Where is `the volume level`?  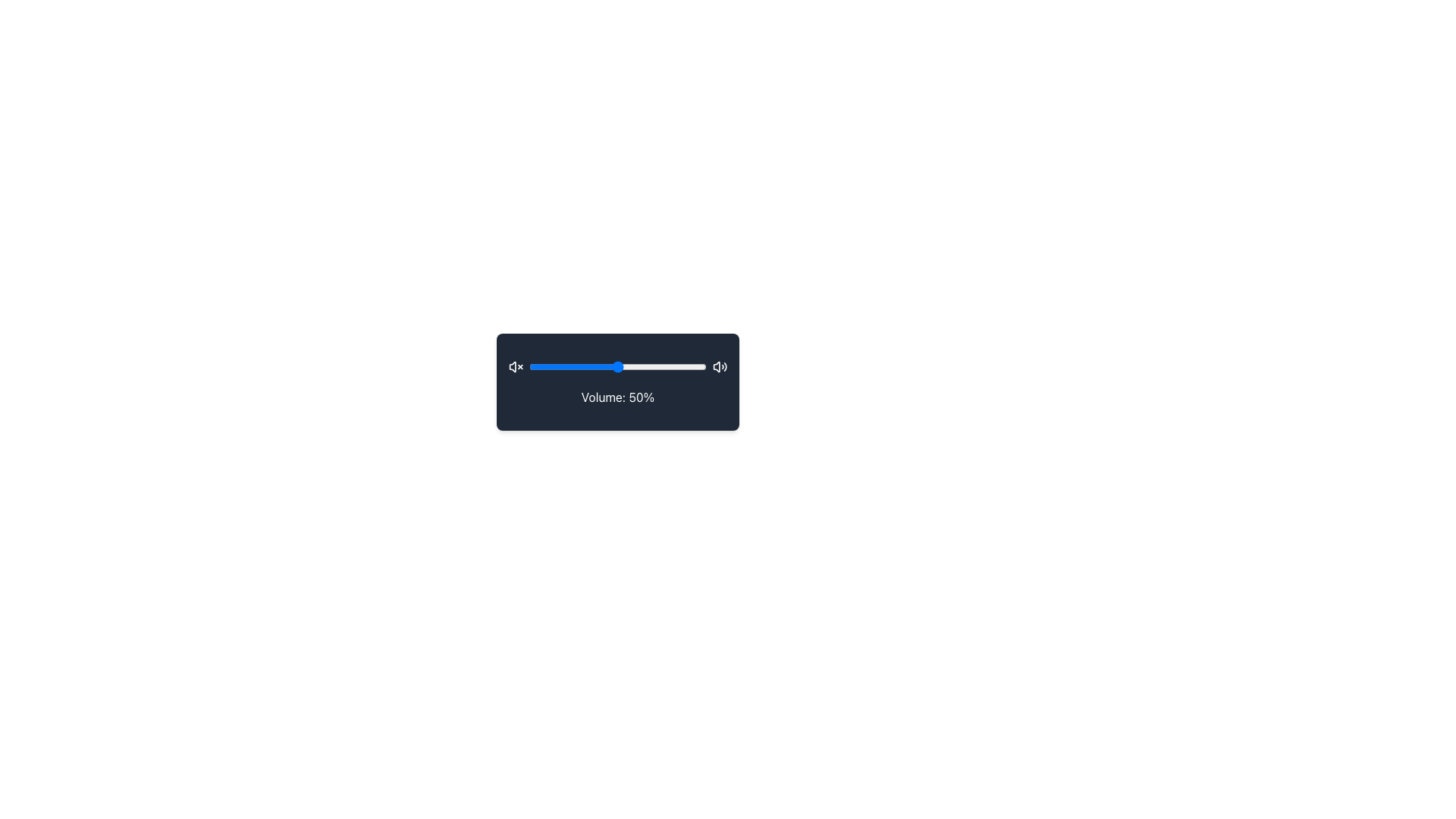
the volume level is located at coordinates (562, 366).